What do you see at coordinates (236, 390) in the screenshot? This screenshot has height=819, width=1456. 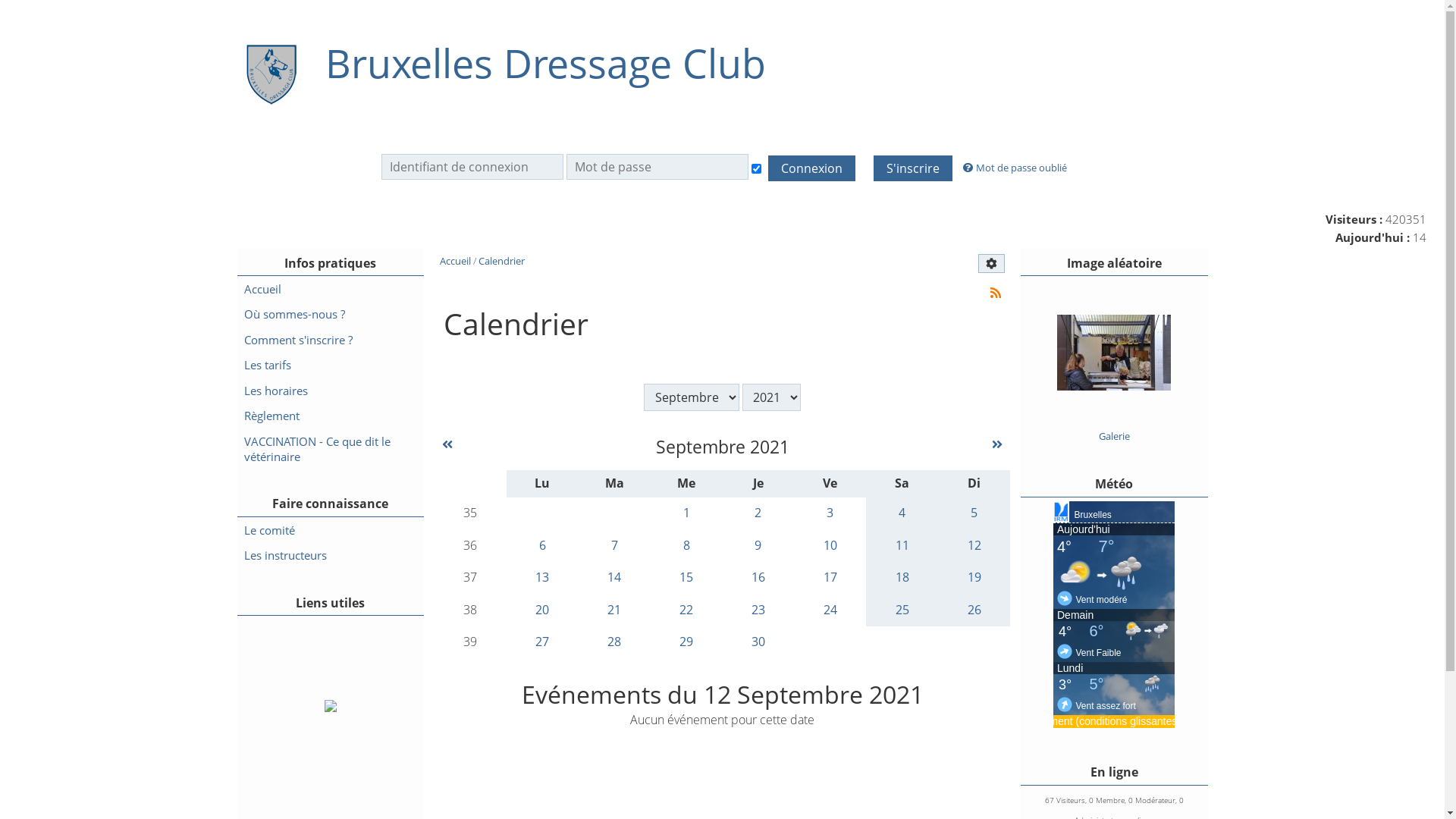 I see `'Les horaires'` at bounding box center [236, 390].